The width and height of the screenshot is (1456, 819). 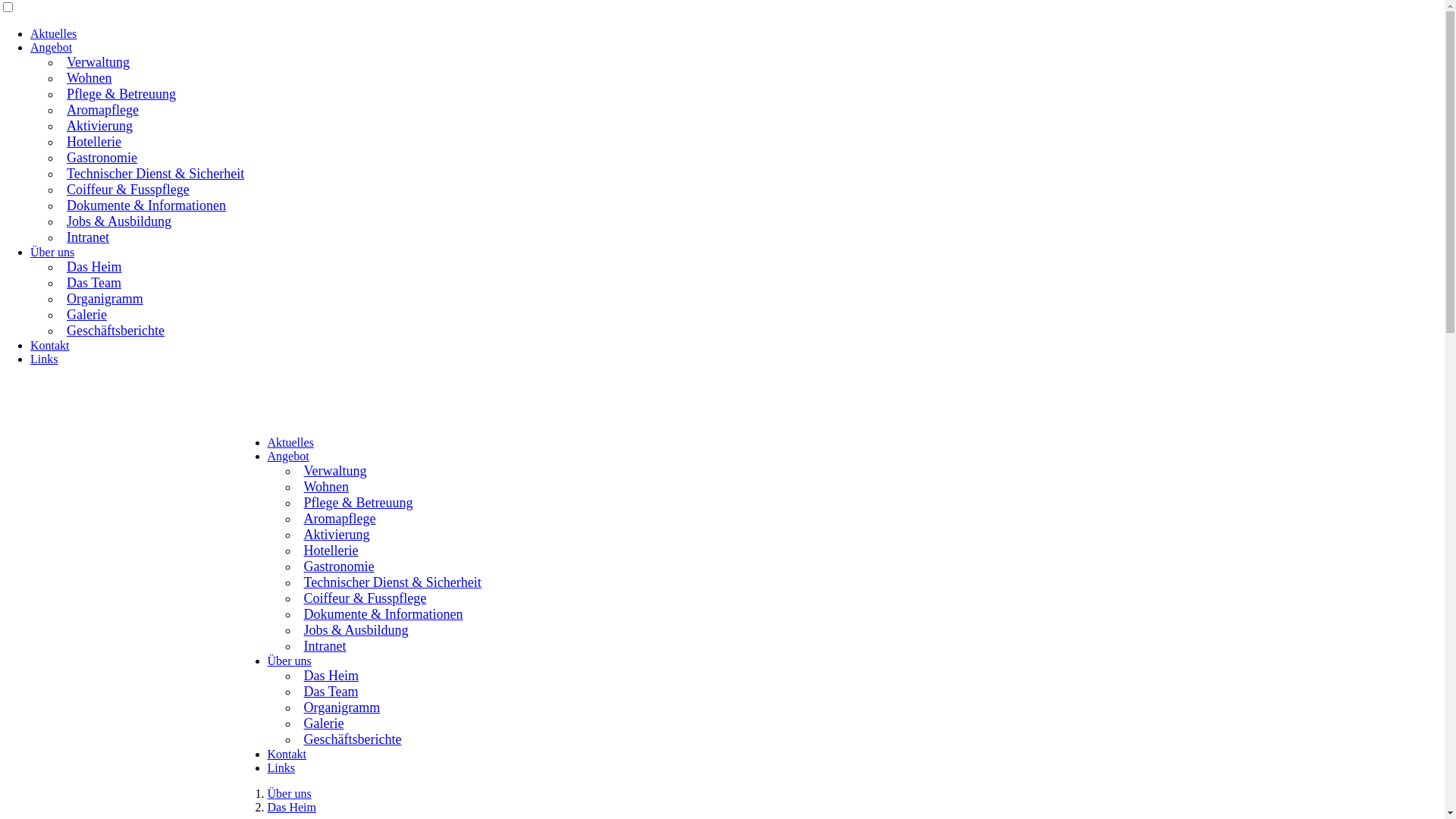 What do you see at coordinates (321, 721) in the screenshot?
I see `'Galerie'` at bounding box center [321, 721].